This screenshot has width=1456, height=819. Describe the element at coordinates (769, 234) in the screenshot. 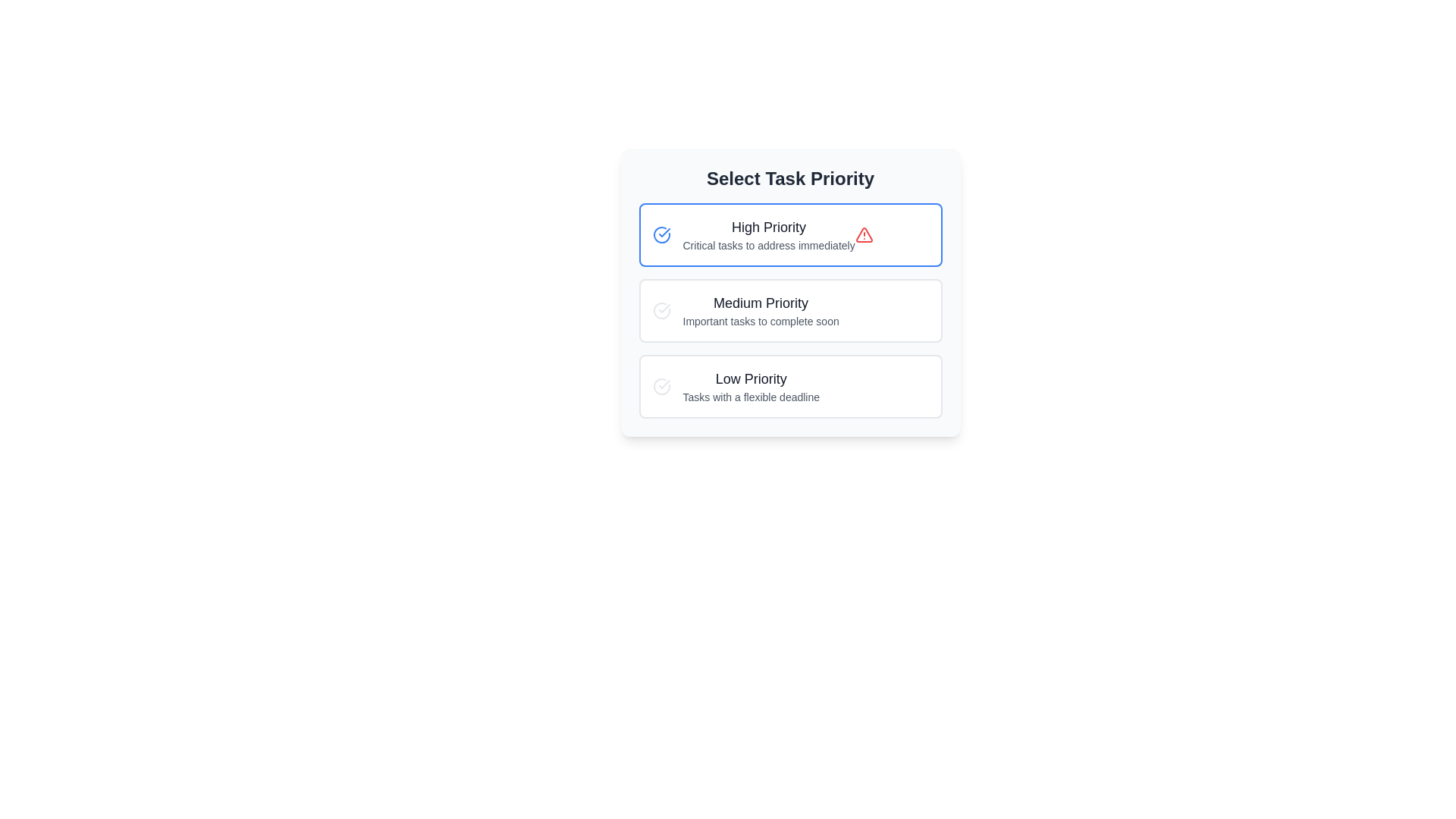

I see `the 'High Priority' label which is positioned above the 'Medium Priority' and 'Low Priority' entries in the vertically stacked list` at that location.